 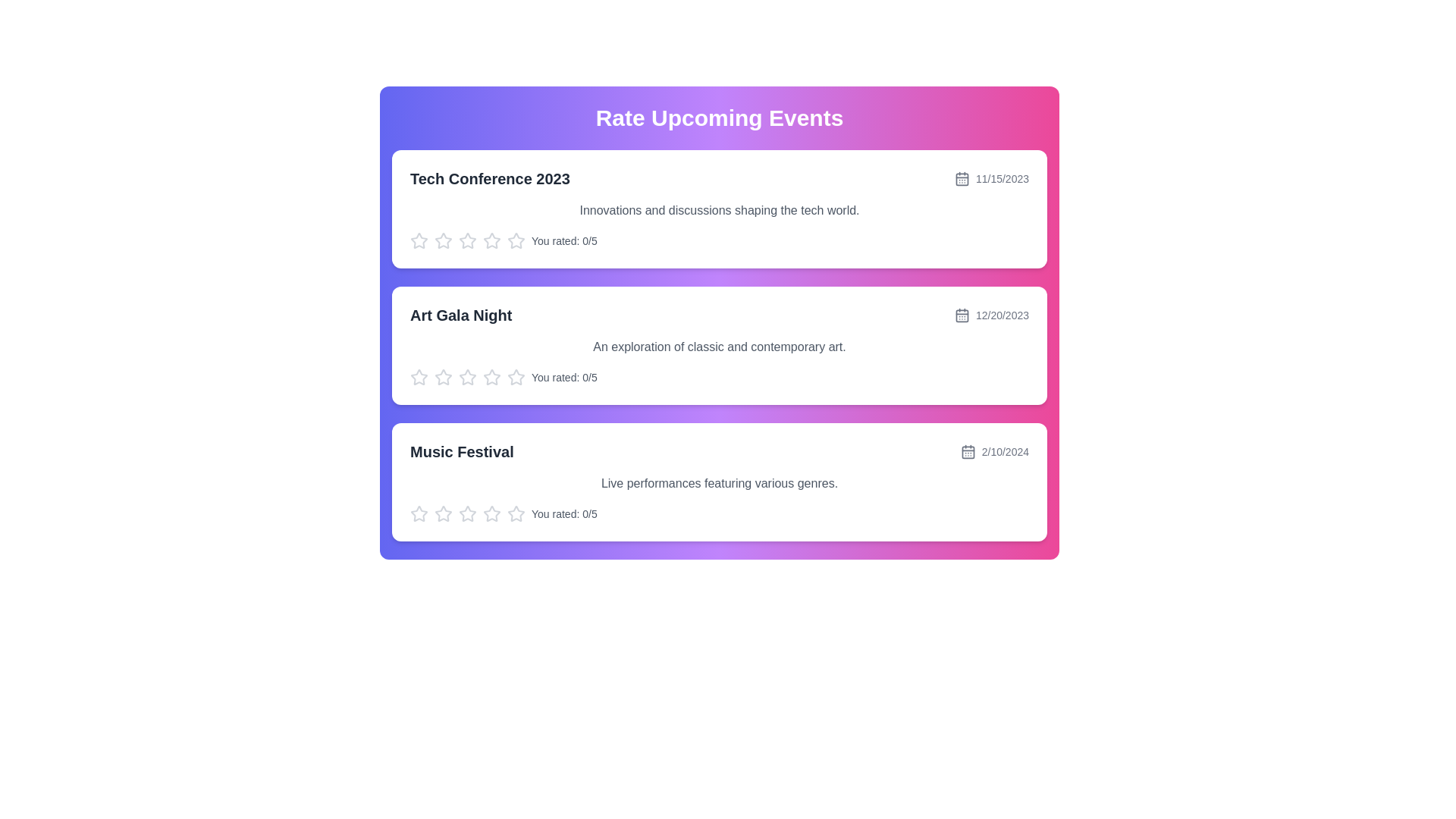 What do you see at coordinates (467, 513) in the screenshot?
I see `the first star-shaped interactive icon representing a 1-star rating for the 'Music Festival' event` at bounding box center [467, 513].